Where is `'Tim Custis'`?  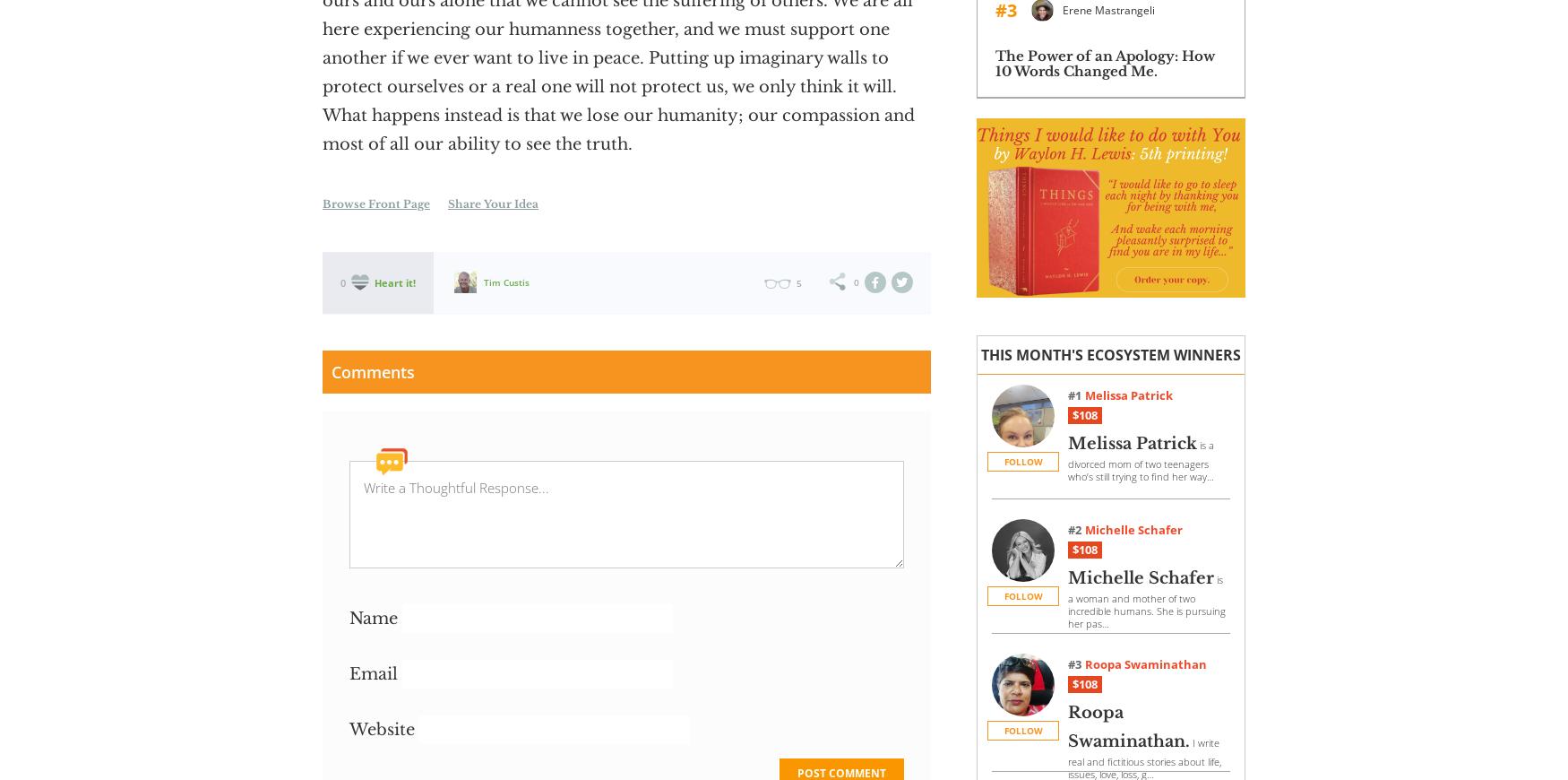
'Tim Custis' is located at coordinates (506, 282).